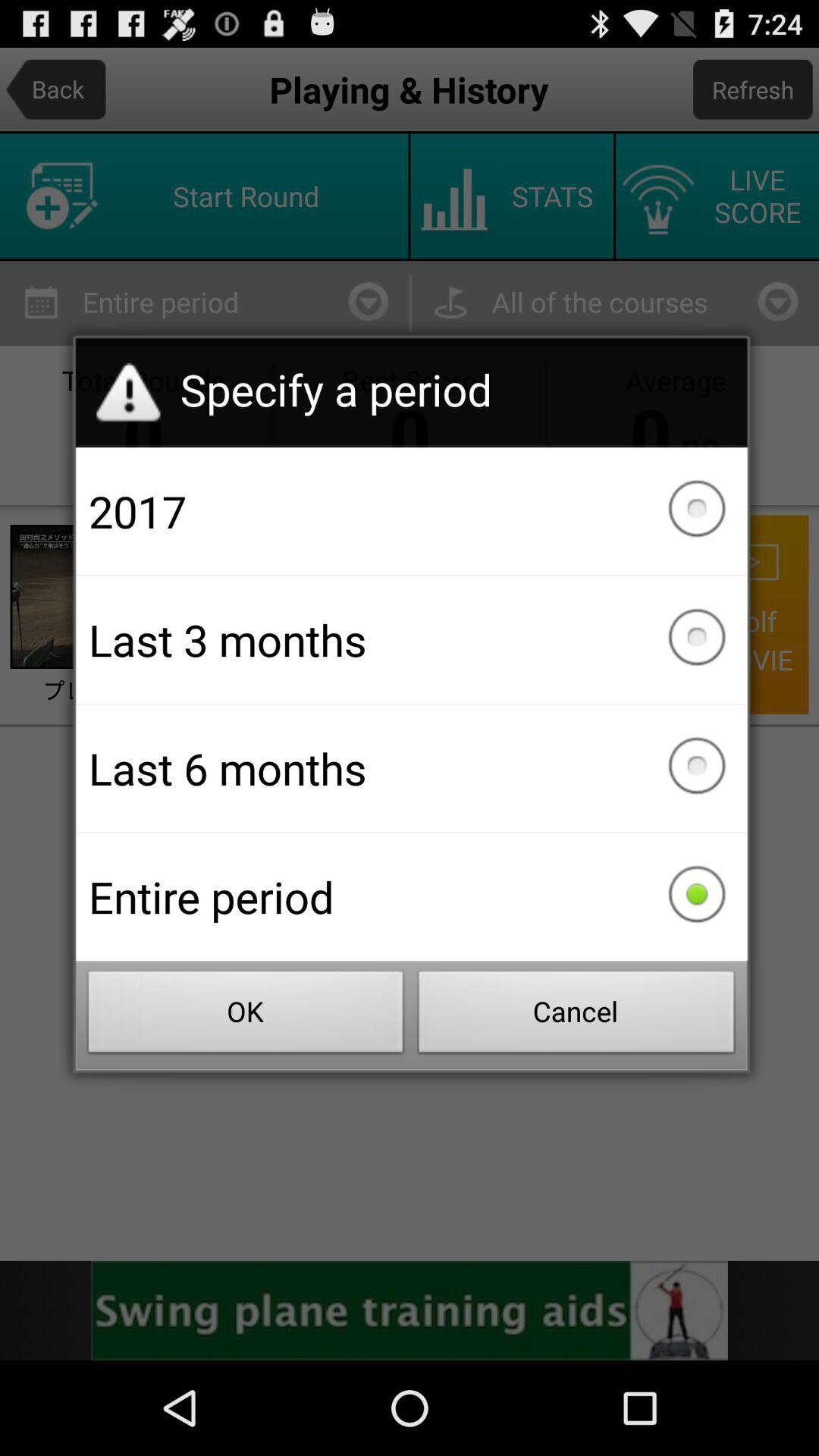  Describe the element at coordinates (245, 1016) in the screenshot. I see `ok button` at that location.